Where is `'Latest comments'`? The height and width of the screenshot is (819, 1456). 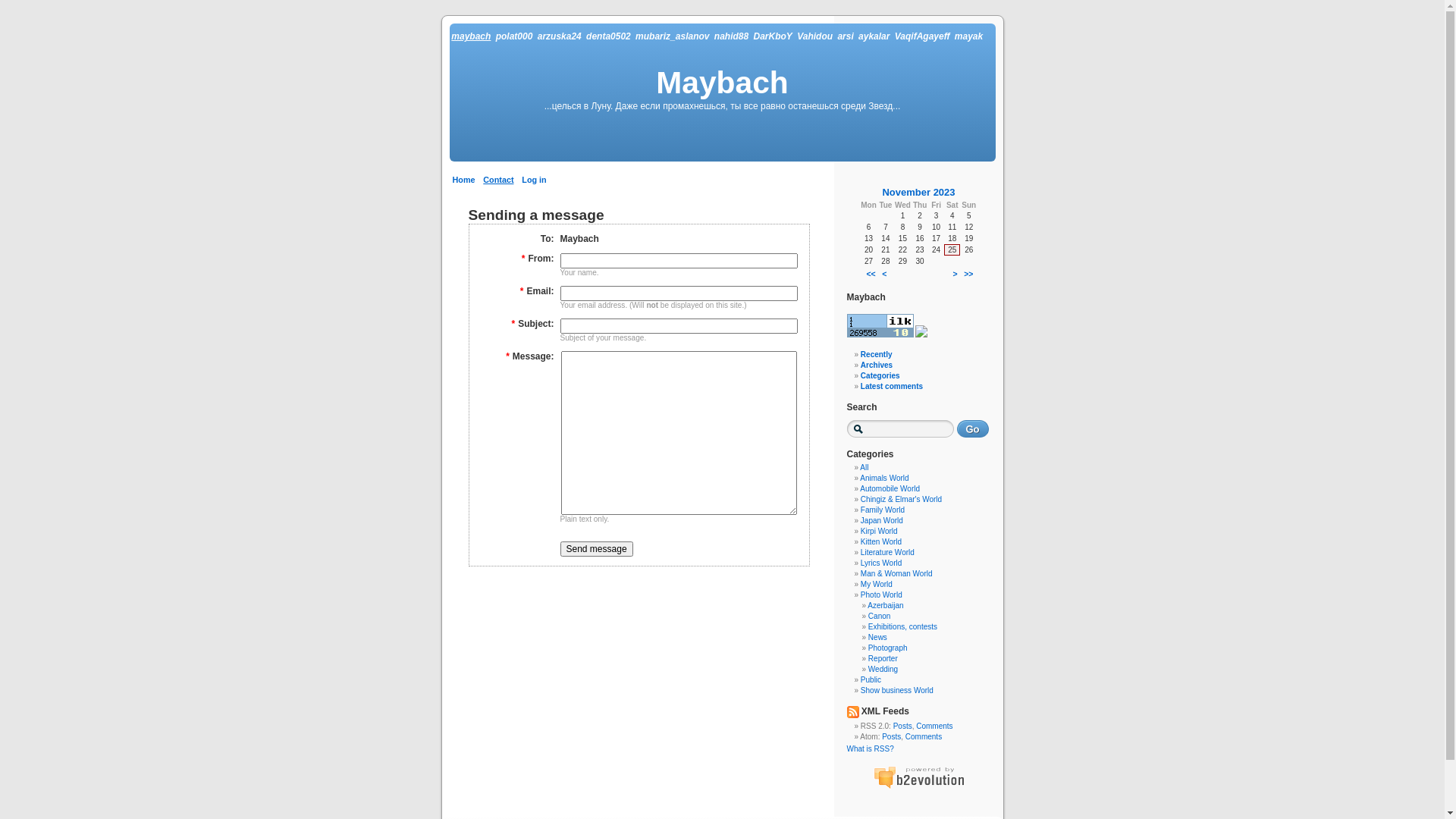 'Latest comments' is located at coordinates (860, 385).